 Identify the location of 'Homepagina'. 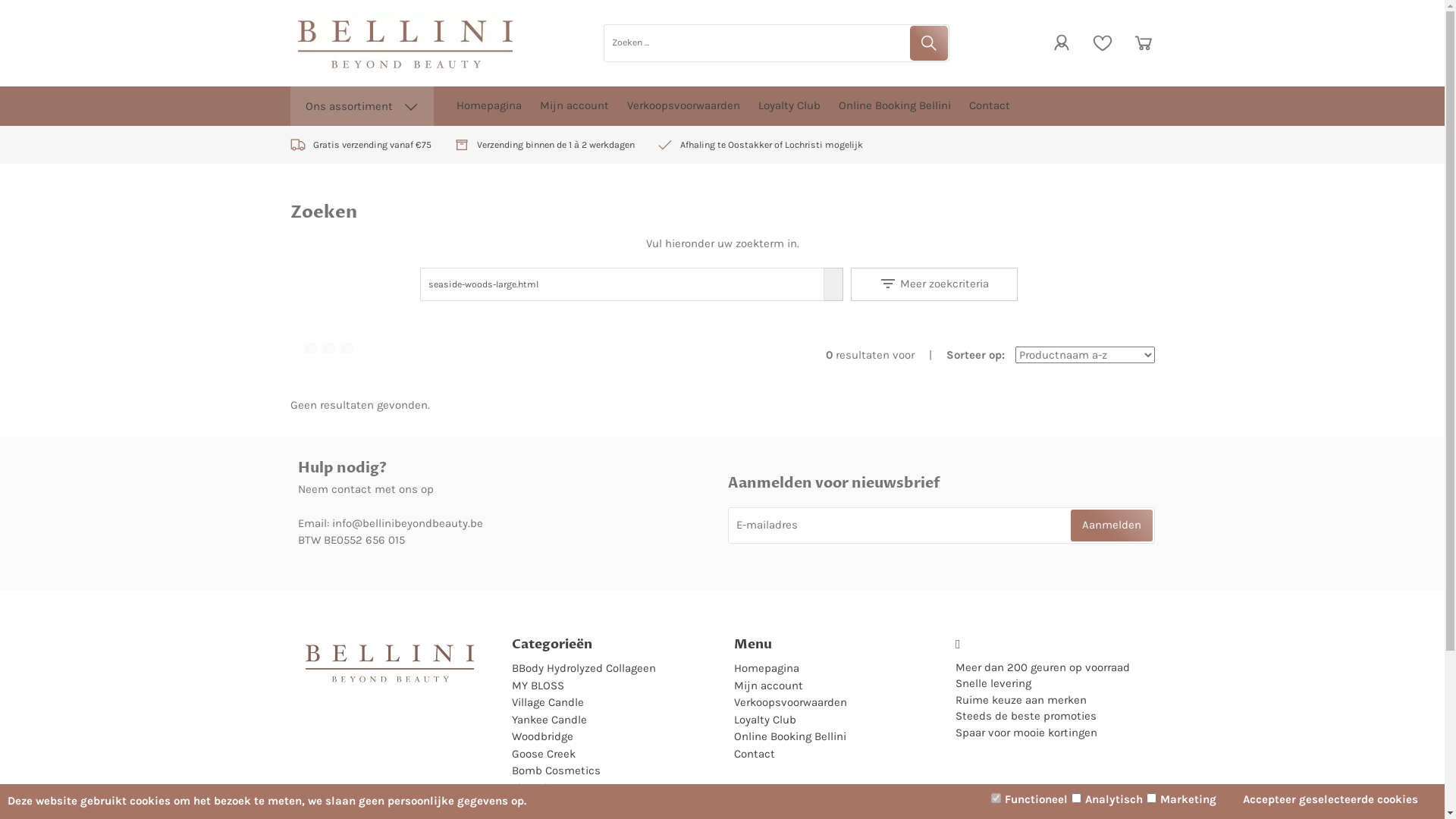
(488, 105).